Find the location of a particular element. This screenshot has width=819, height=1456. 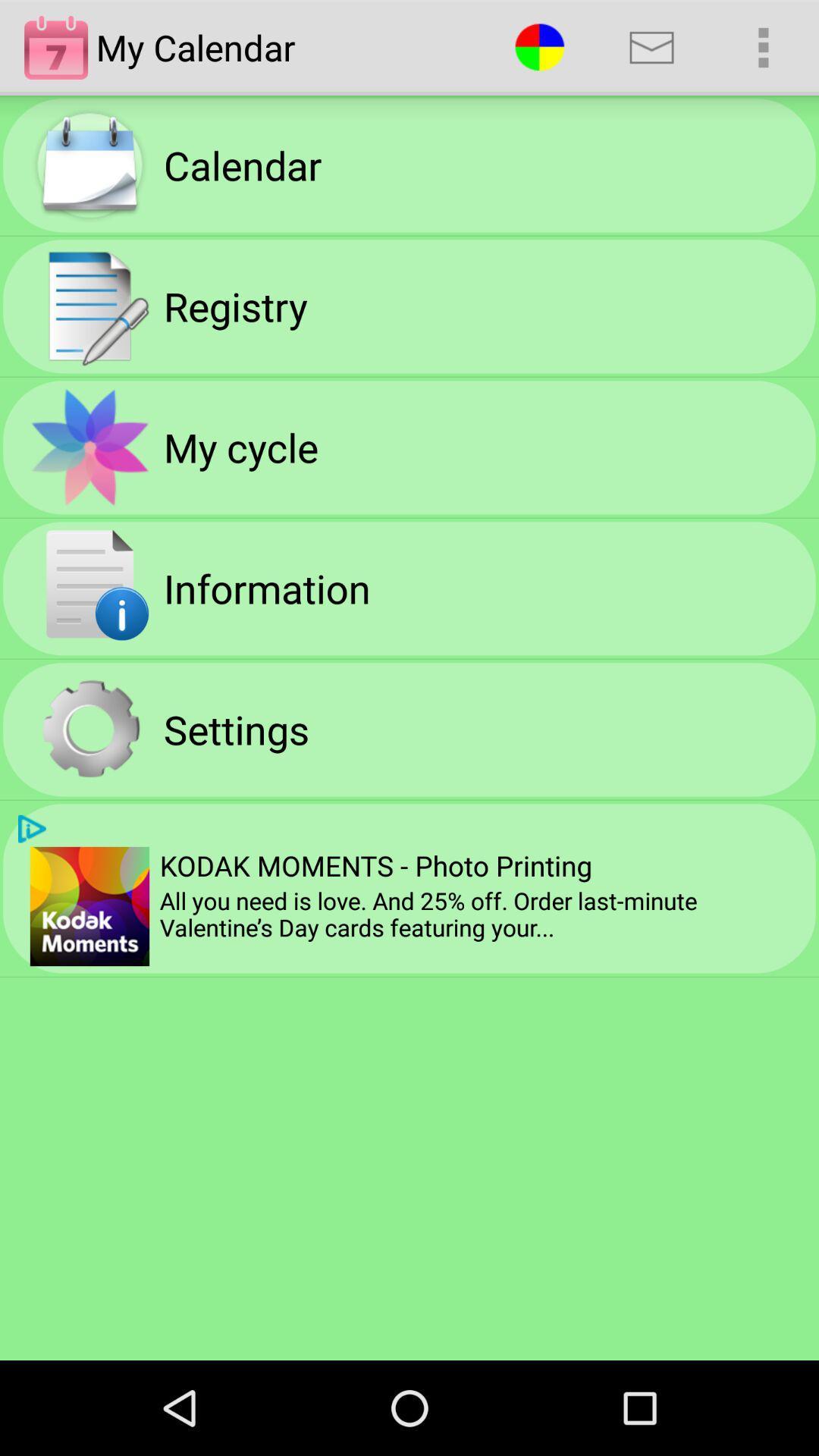

the app next to the my calendar is located at coordinates (539, 47).